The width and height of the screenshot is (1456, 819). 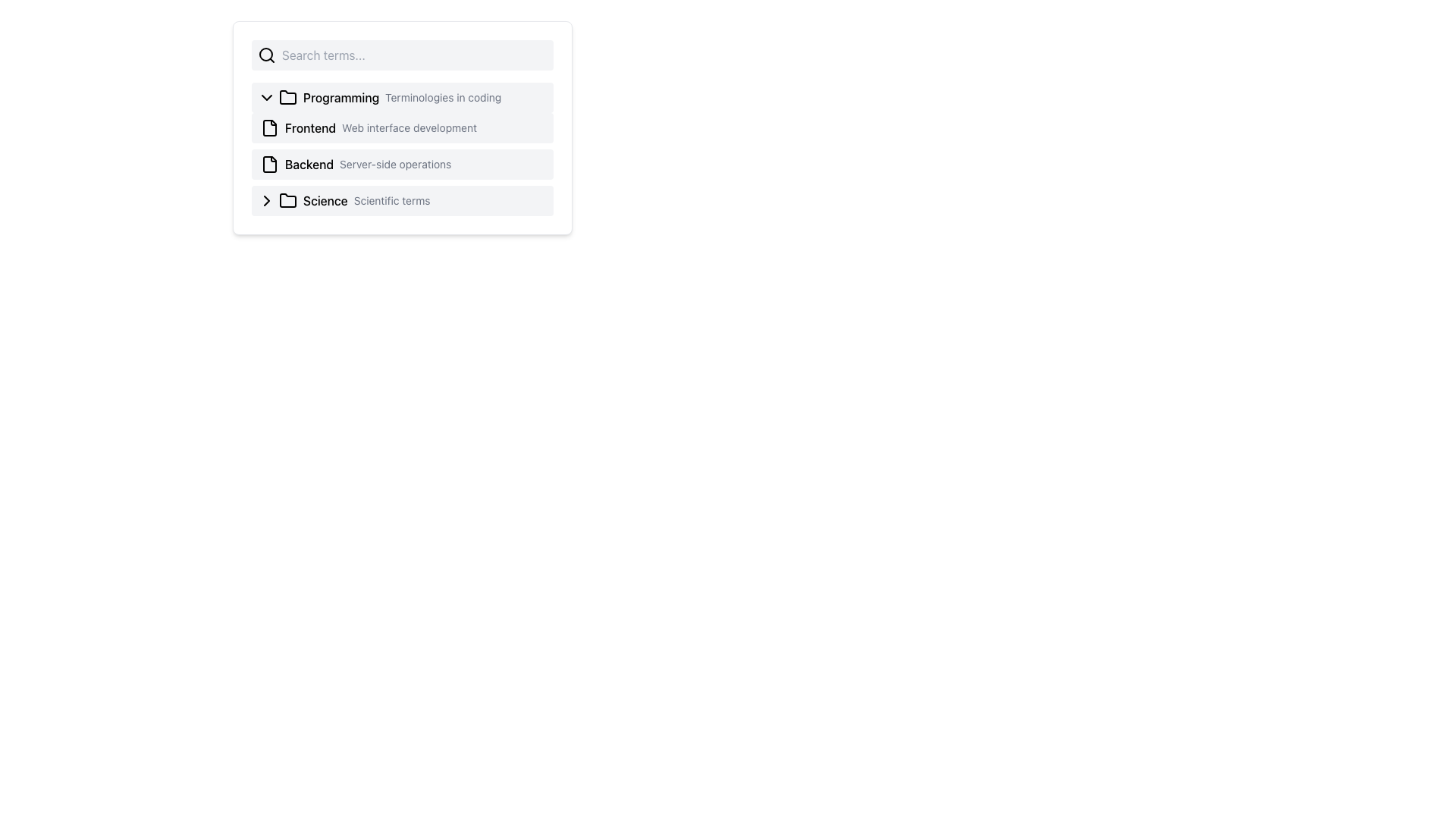 I want to click on the folder icon representing the 'Science' category, which is located to the left of the 'Science' text in a vertical list of categories, so click(x=287, y=199).